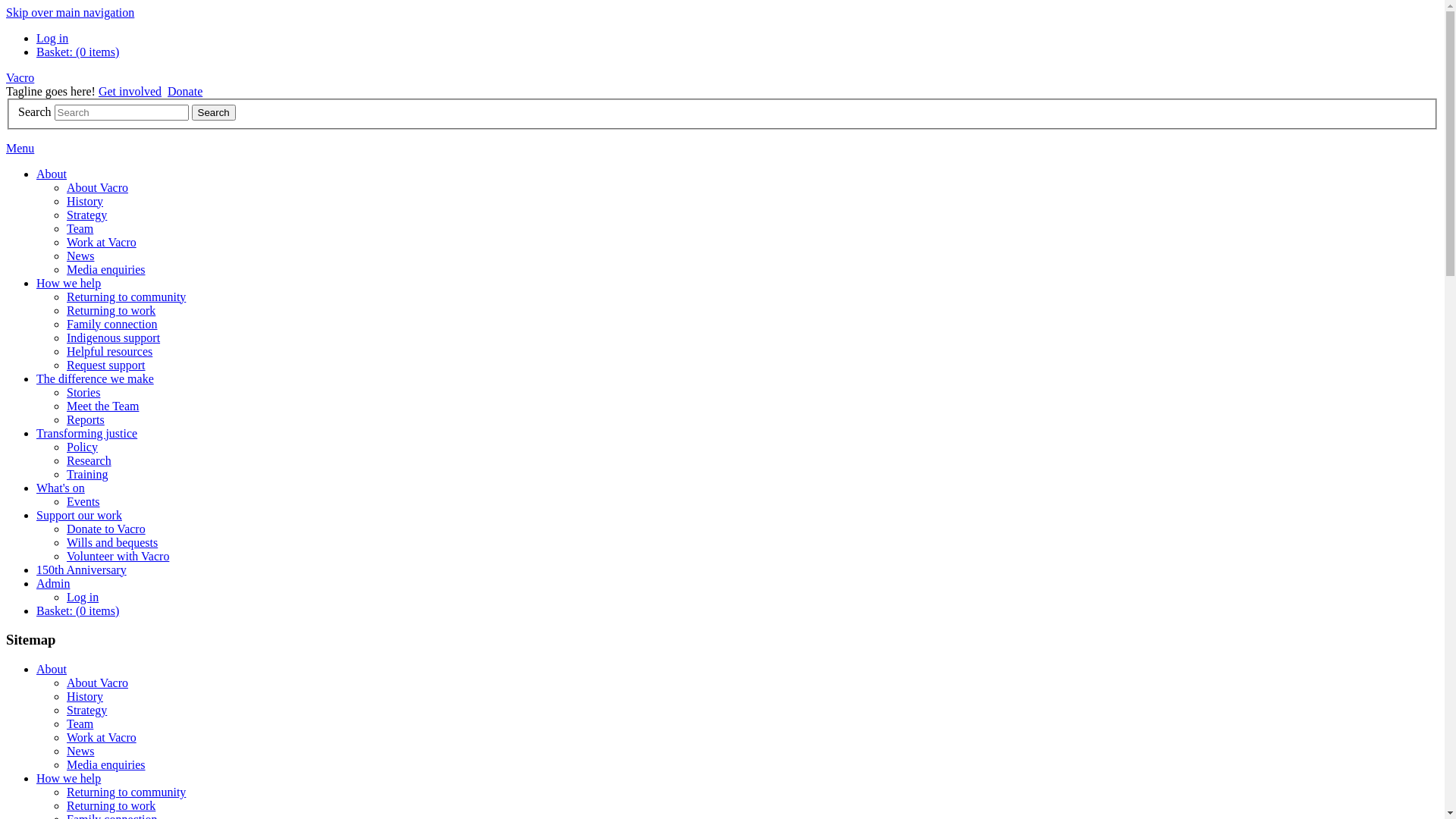 Image resolution: width=1456 pixels, height=819 pixels. I want to click on 'Events', so click(83, 501).